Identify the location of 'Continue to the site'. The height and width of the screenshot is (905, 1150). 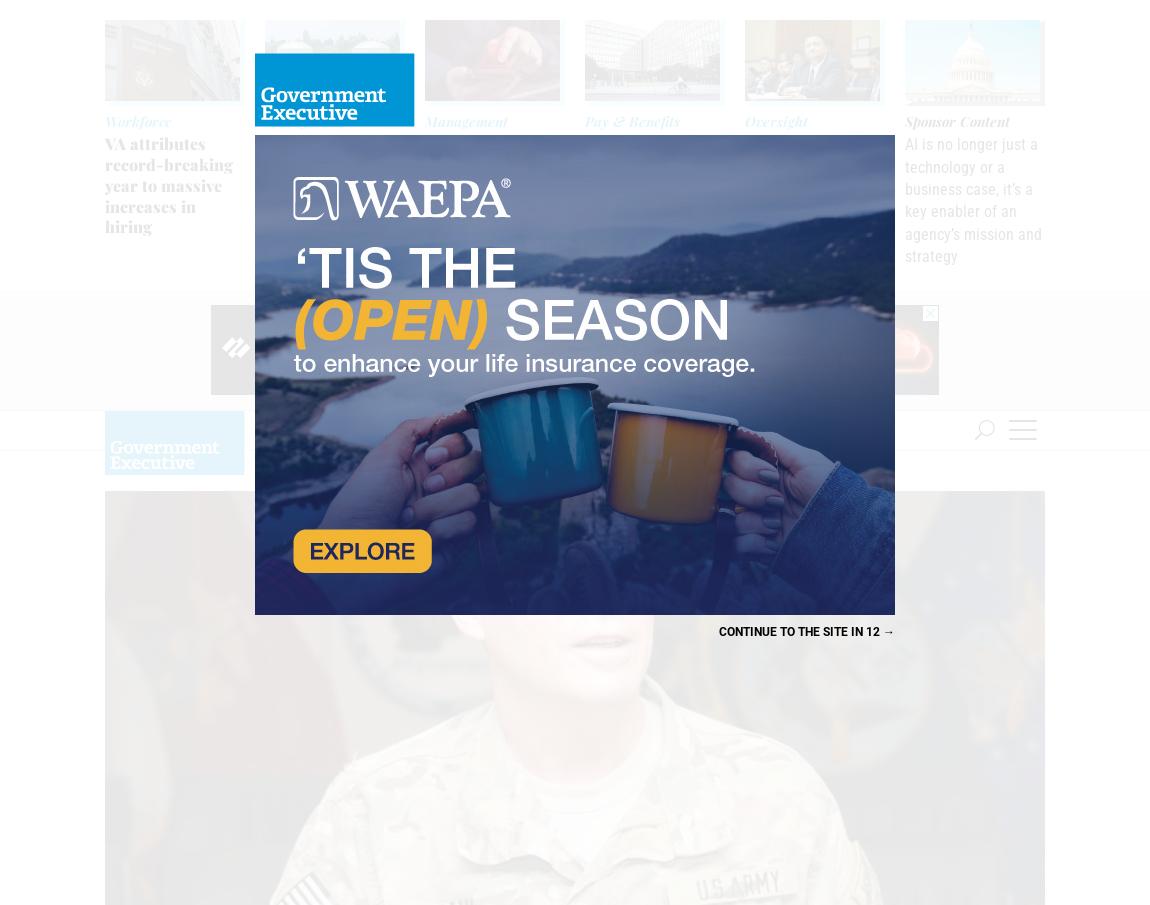
(782, 629).